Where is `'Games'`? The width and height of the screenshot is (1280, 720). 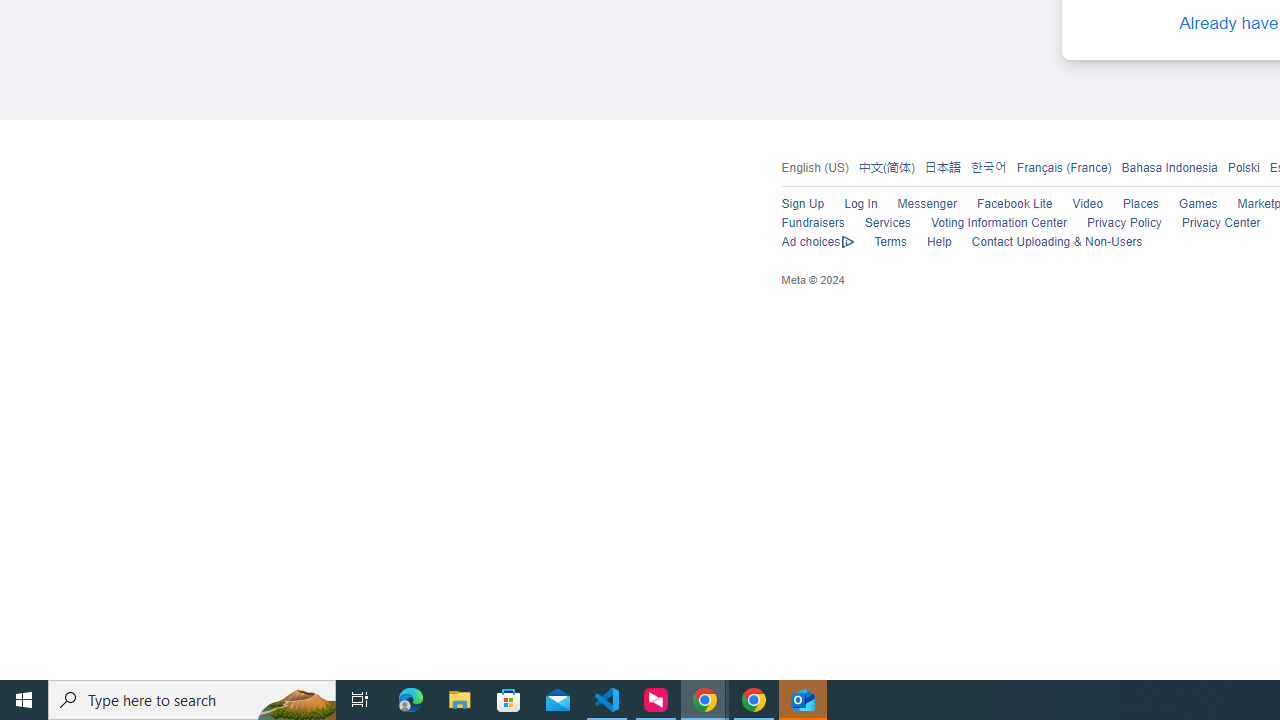
'Games' is located at coordinates (1198, 204).